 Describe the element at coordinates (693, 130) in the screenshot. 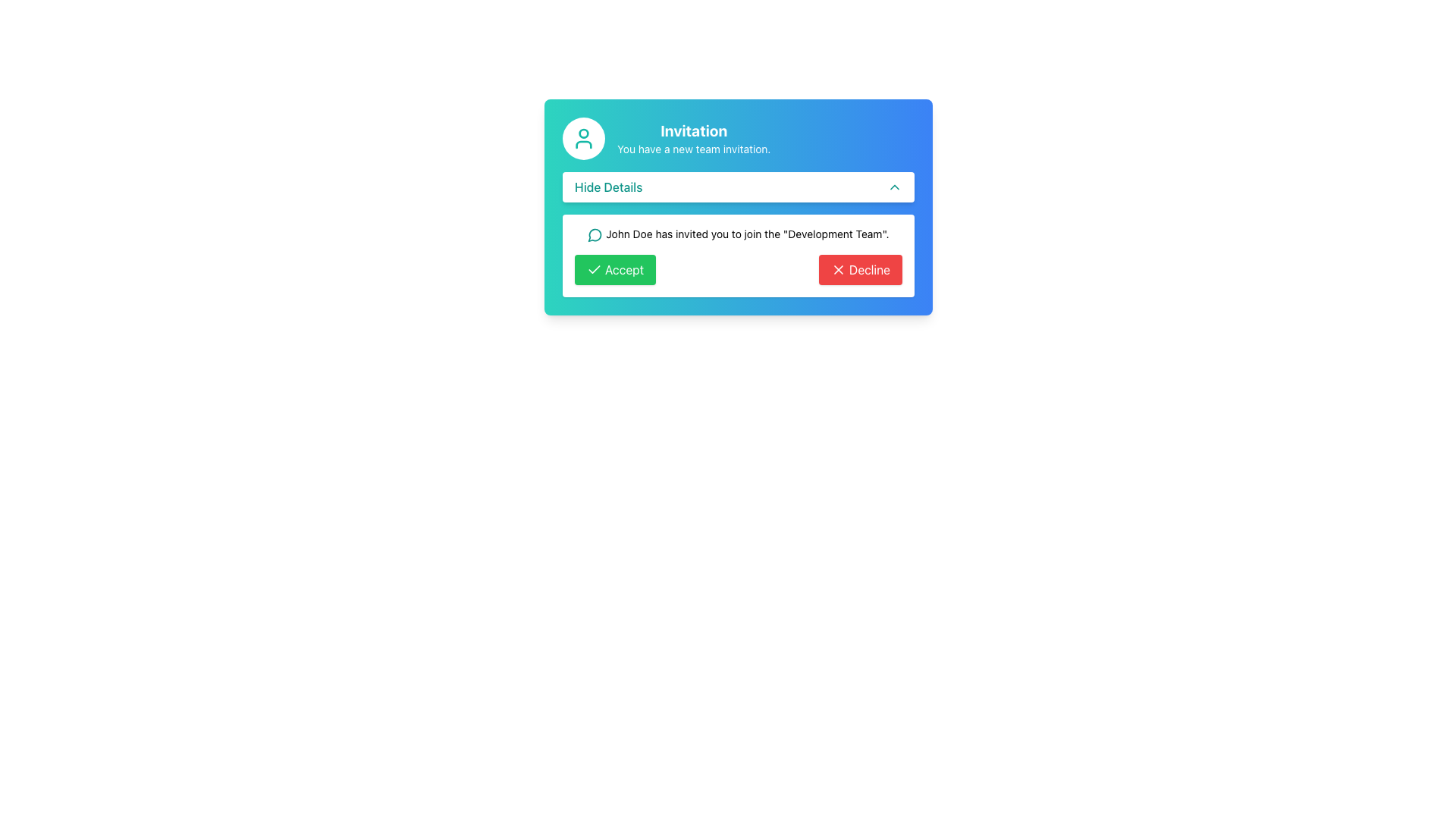

I see `the bold title text reading 'Invitation', which is prominently displayed in a blue header box at the top-center of the panel` at that location.